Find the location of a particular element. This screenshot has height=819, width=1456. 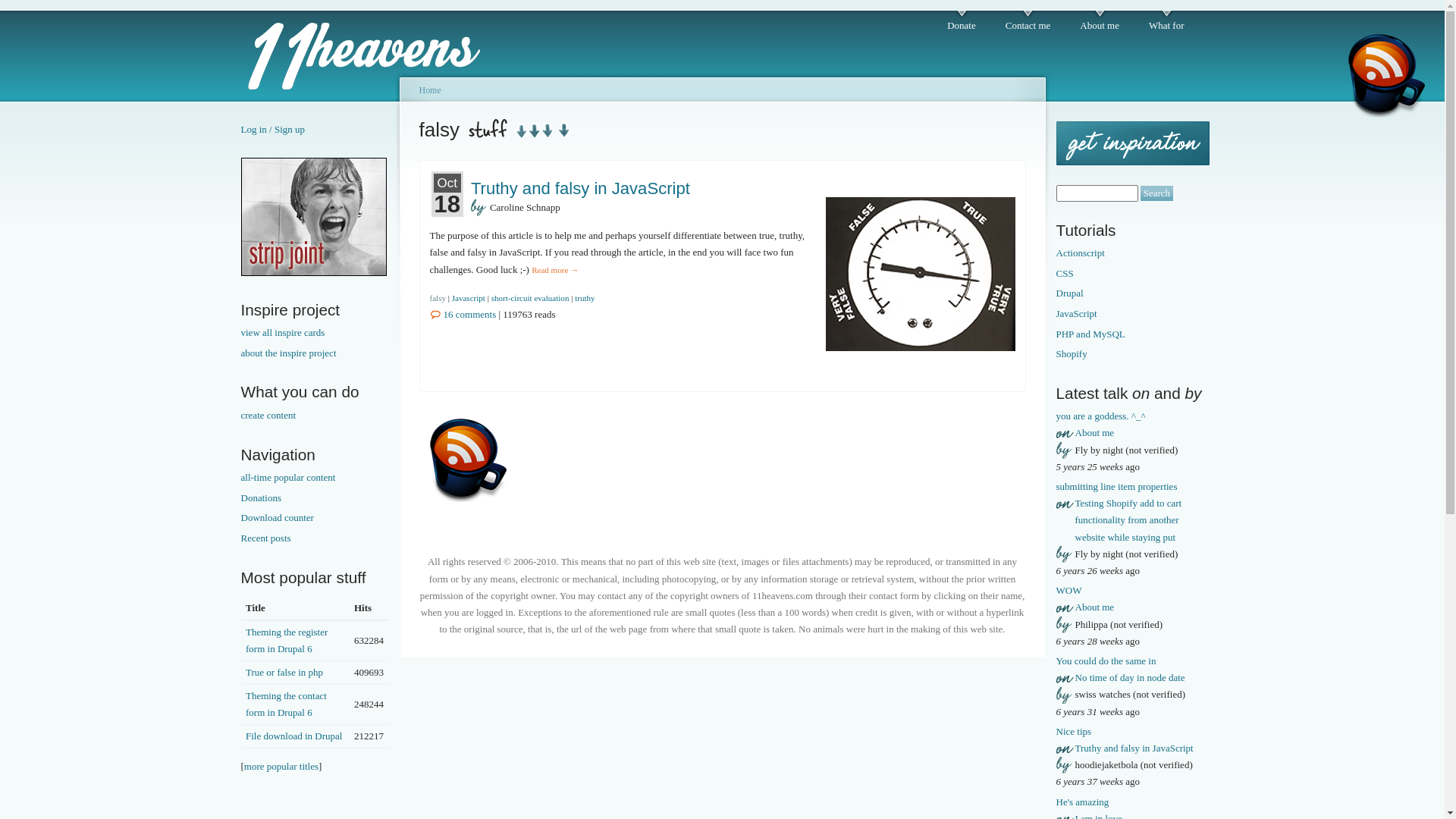

'Enter the terms you wish to search for.' is located at coordinates (1096, 192).